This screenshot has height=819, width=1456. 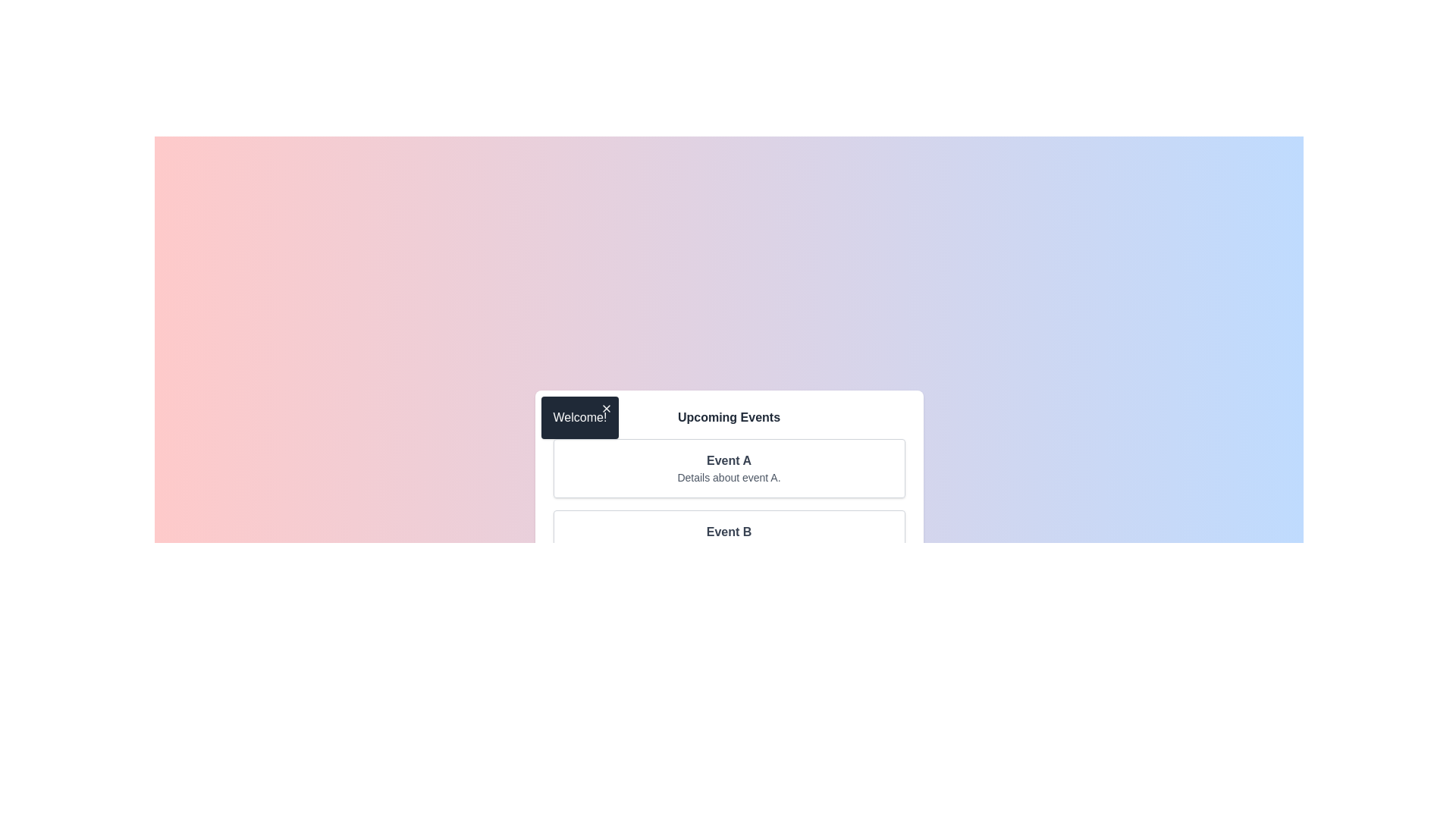 I want to click on the second event card in the 'Upcoming Events' list, so click(x=729, y=539).